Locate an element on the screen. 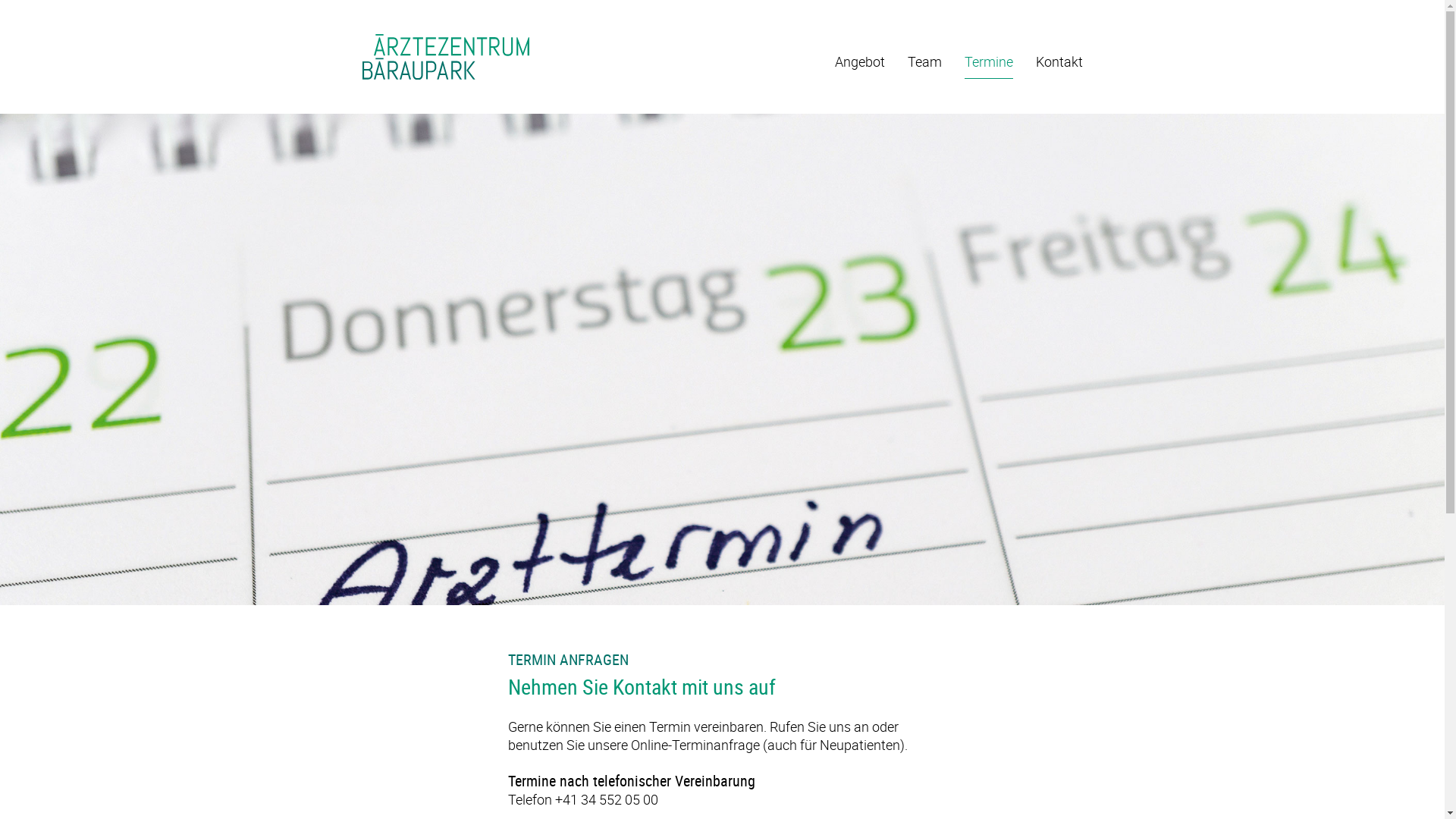 This screenshot has height=819, width=1456. 'Angebot' is located at coordinates (833, 64).